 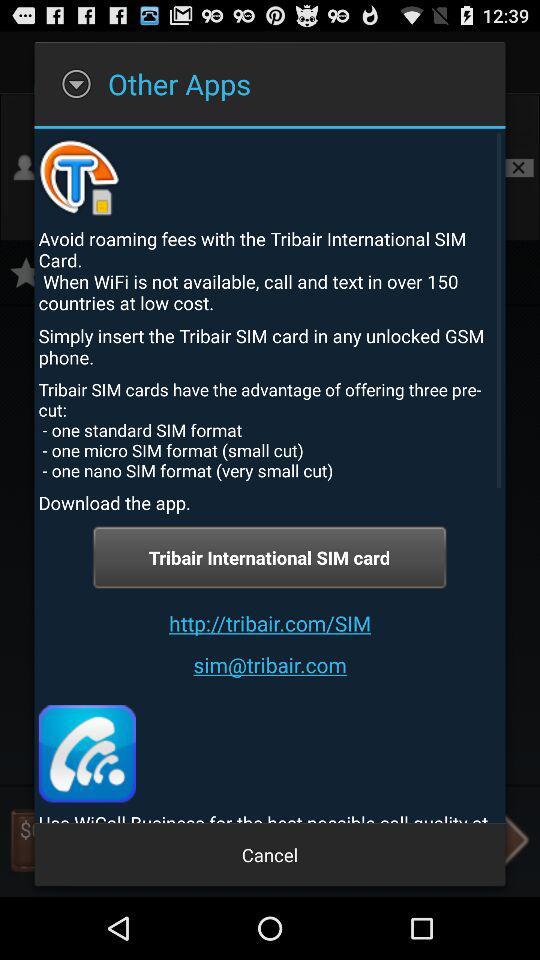 I want to click on icon below the sim@tribair.com, so click(x=86, y=752).